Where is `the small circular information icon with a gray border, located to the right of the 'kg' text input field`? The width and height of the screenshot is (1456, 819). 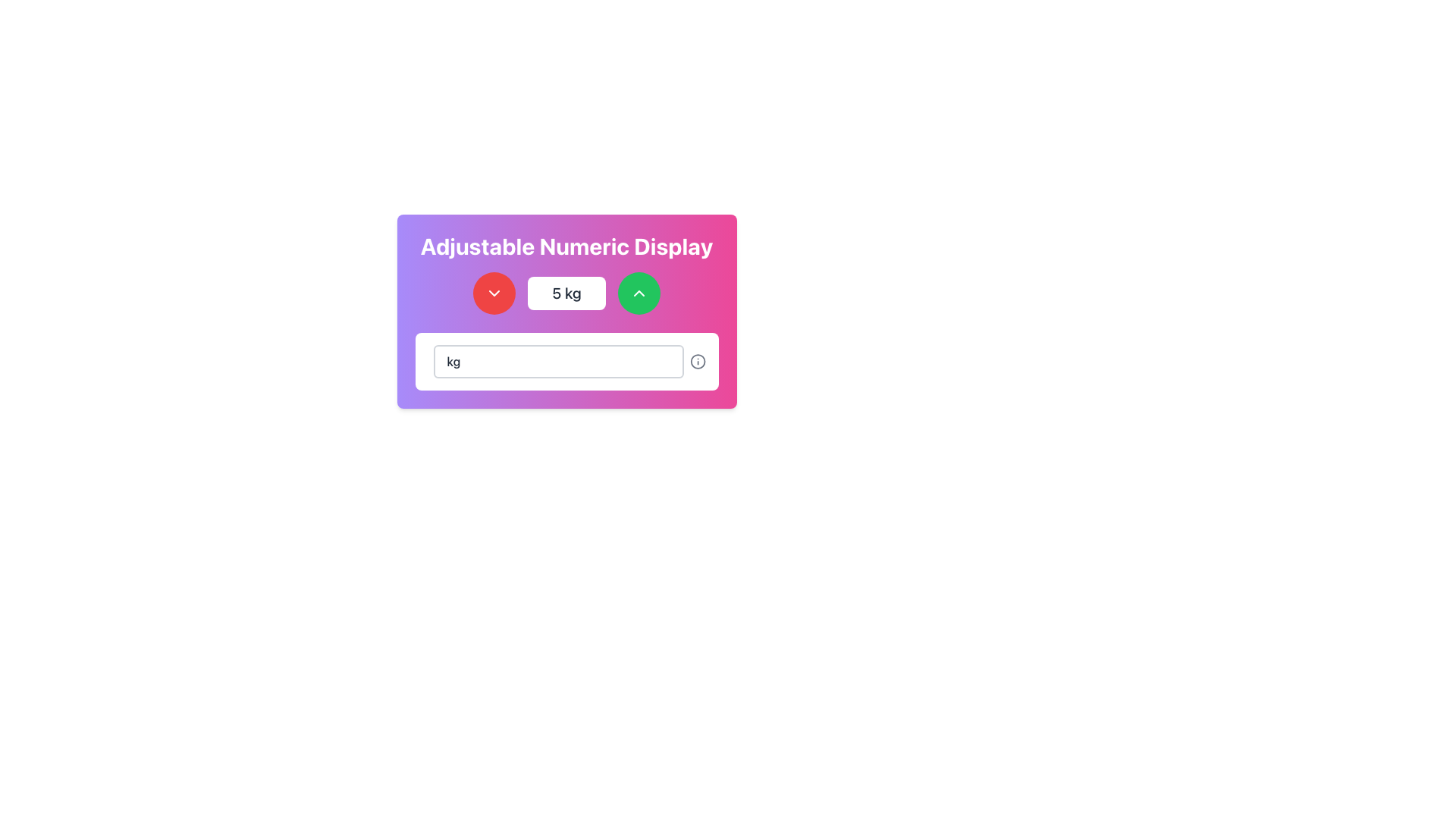
the small circular information icon with a gray border, located to the right of the 'kg' text input field is located at coordinates (697, 362).